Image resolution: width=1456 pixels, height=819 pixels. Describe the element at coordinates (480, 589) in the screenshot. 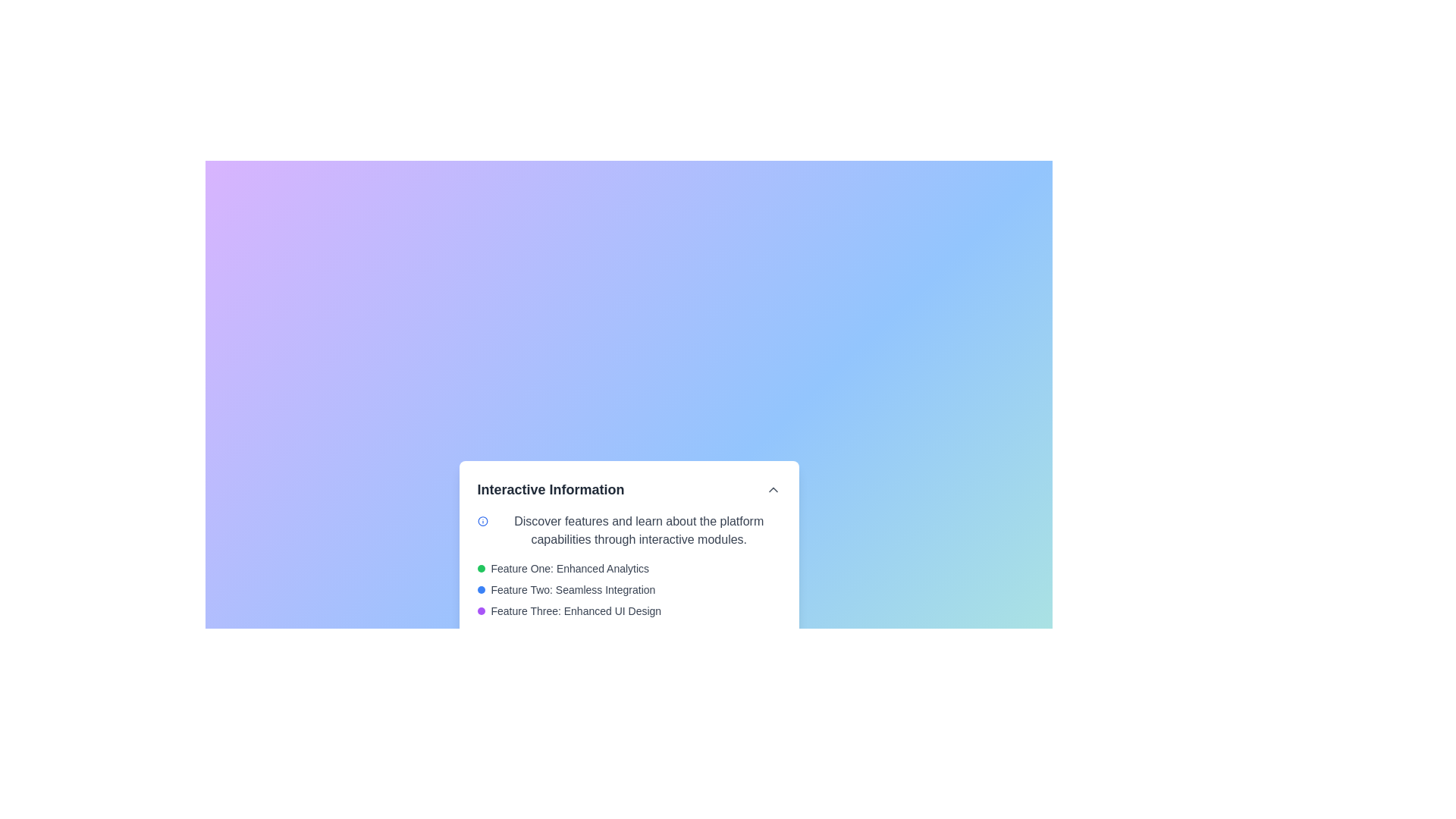

I see `the small, blue, round bullet point indicator located to the left of the text 'Feature Two: Seamless Integration.'` at that location.